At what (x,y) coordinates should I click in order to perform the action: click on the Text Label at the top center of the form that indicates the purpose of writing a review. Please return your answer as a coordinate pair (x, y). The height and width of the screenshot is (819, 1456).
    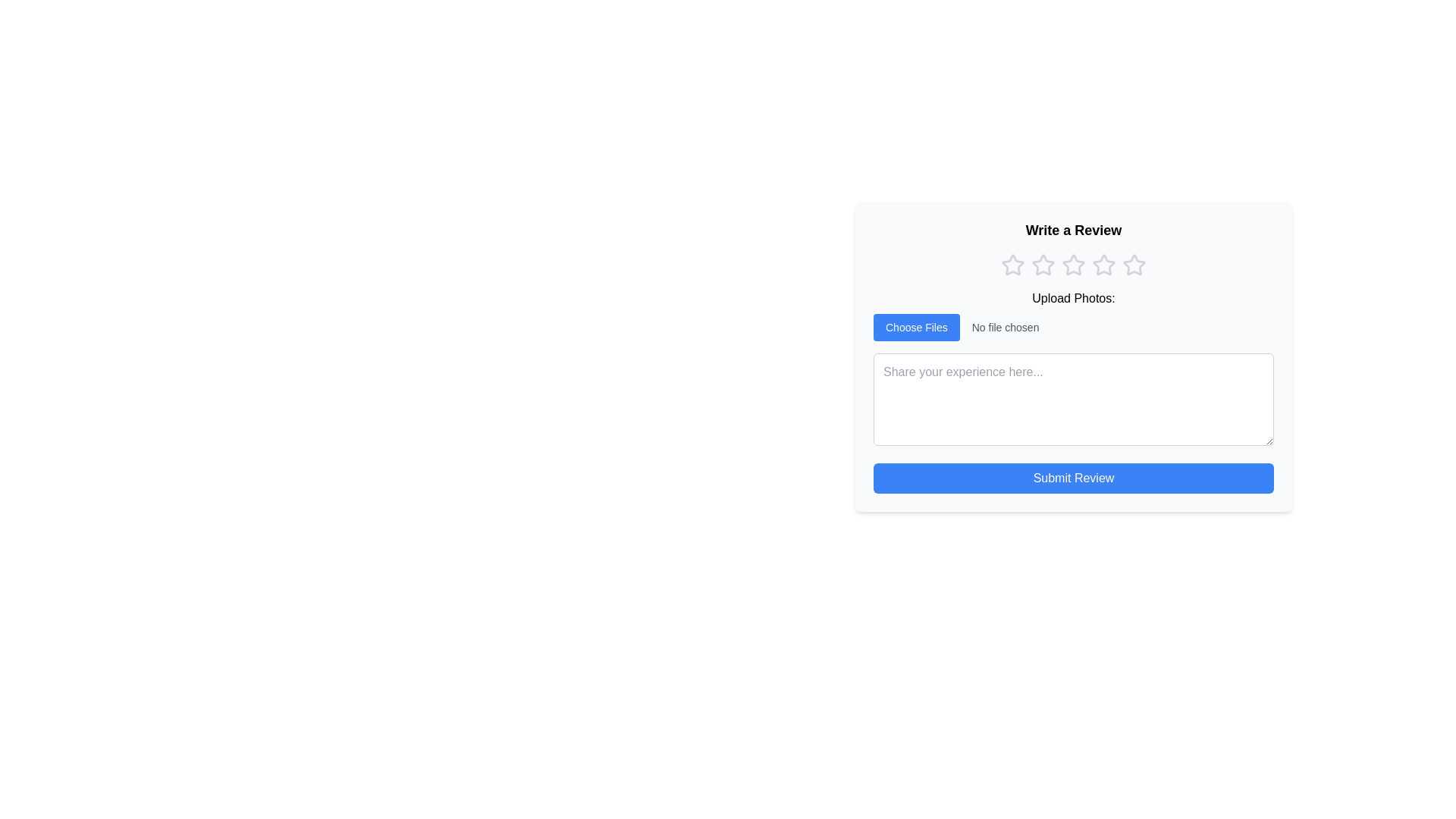
    Looking at the image, I should click on (1073, 231).